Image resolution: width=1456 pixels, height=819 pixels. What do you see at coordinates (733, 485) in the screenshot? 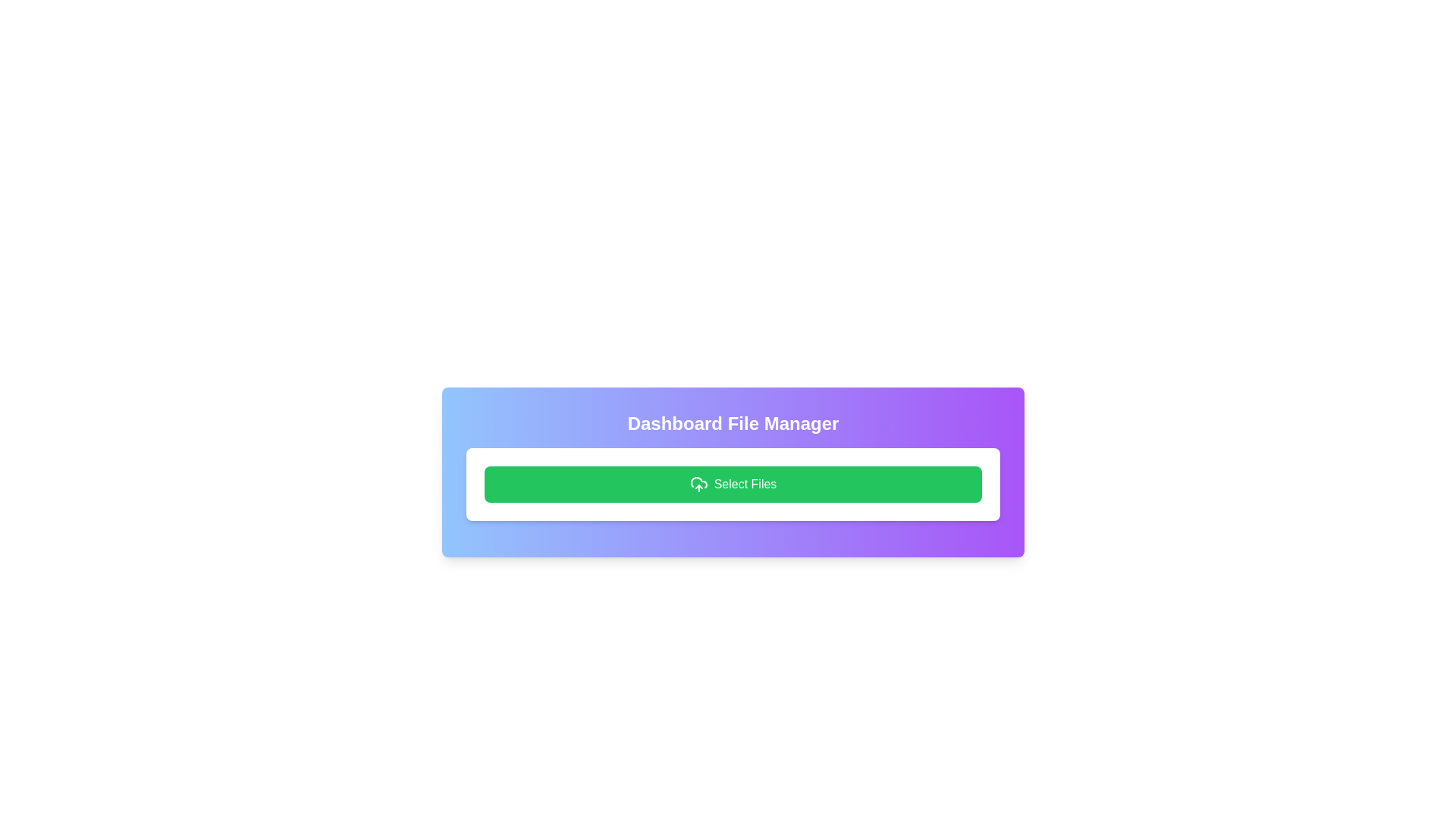
I see `the file selection button located below the 'Dashboard File Manager' title to observe hover effects` at bounding box center [733, 485].